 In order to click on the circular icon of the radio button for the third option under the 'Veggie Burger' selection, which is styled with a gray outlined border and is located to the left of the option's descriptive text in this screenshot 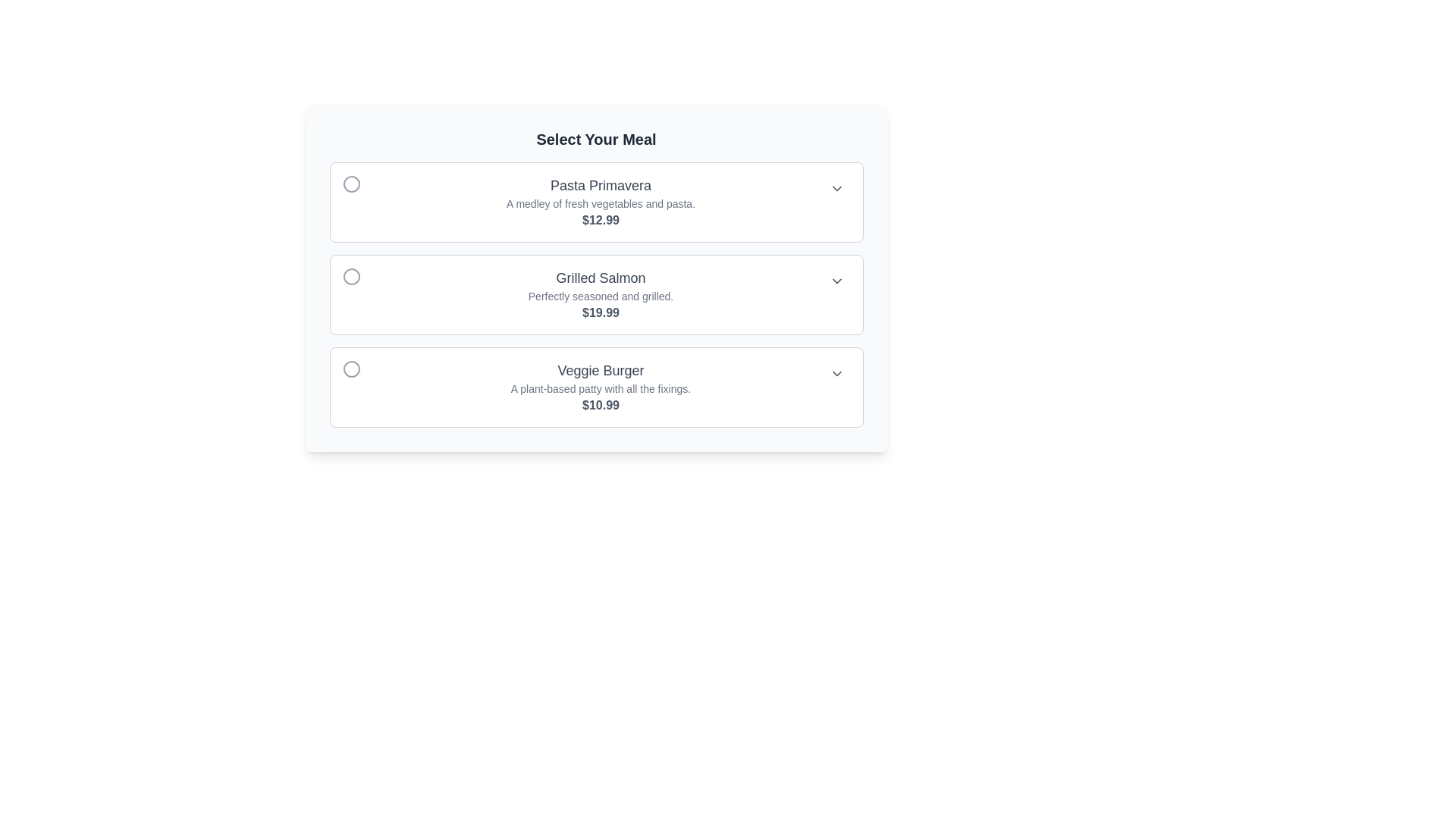, I will do `click(350, 369)`.